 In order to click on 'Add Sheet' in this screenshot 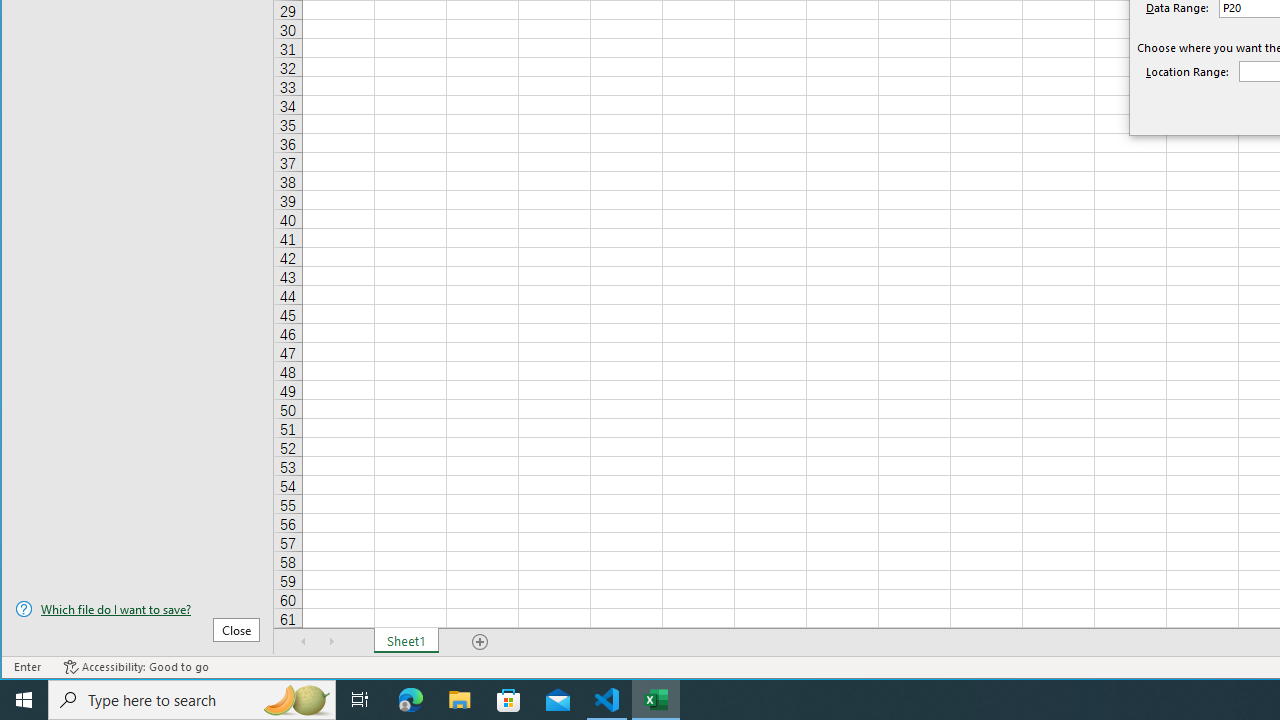, I will do `click(481, 641)`.